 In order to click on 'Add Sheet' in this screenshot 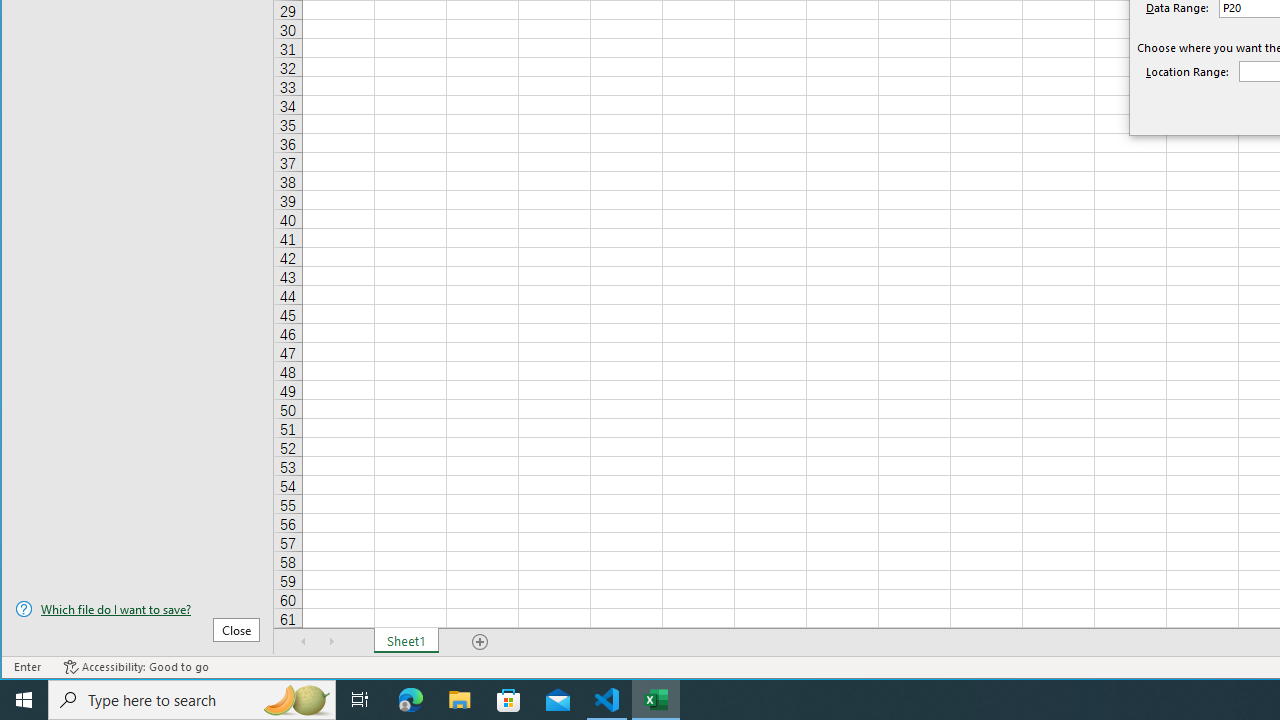, I will do `click(481, 641)`.